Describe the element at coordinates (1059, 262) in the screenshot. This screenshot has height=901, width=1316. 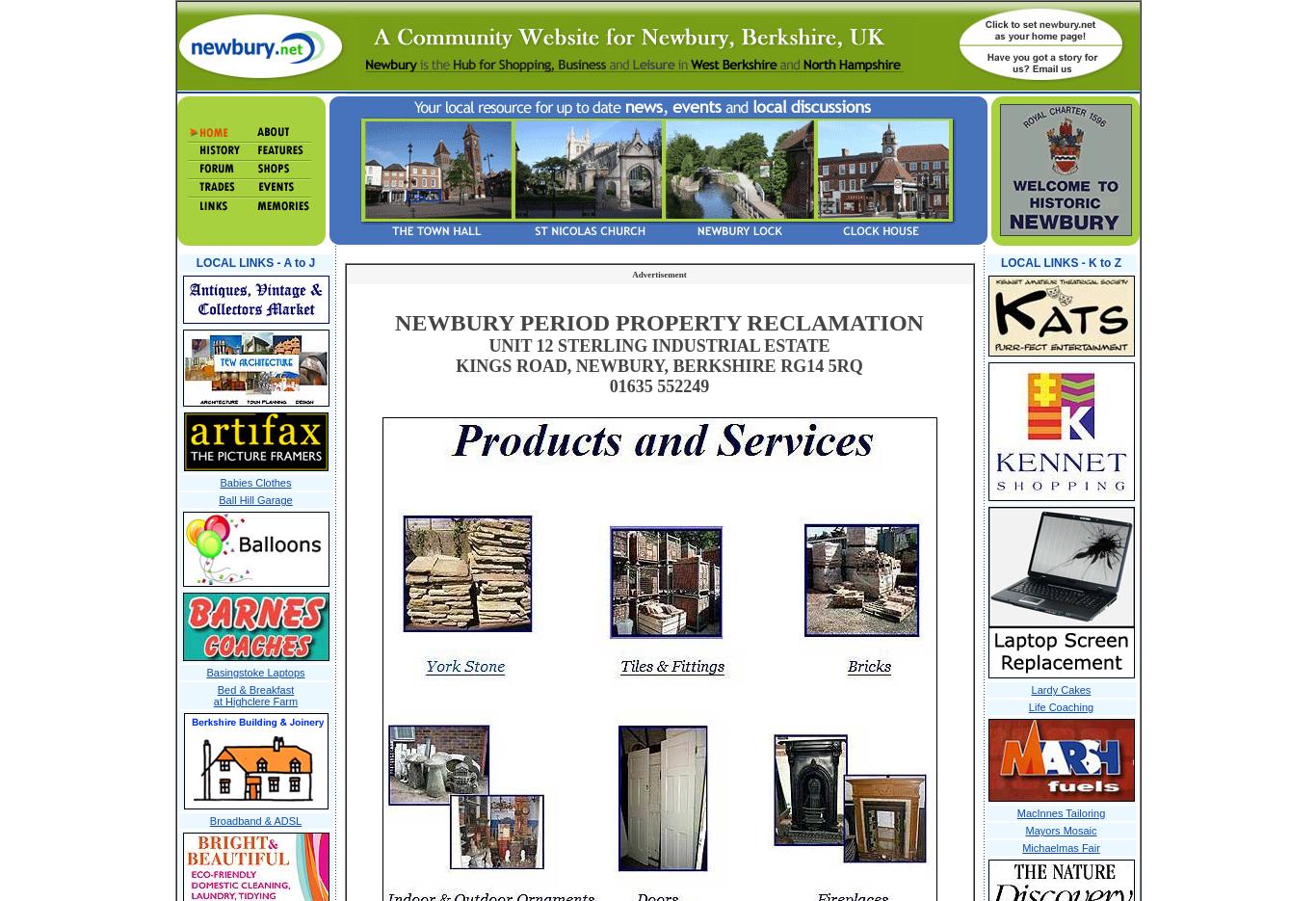
I see `'LOCAL 
                        LINKS - K to Z'` at that location.